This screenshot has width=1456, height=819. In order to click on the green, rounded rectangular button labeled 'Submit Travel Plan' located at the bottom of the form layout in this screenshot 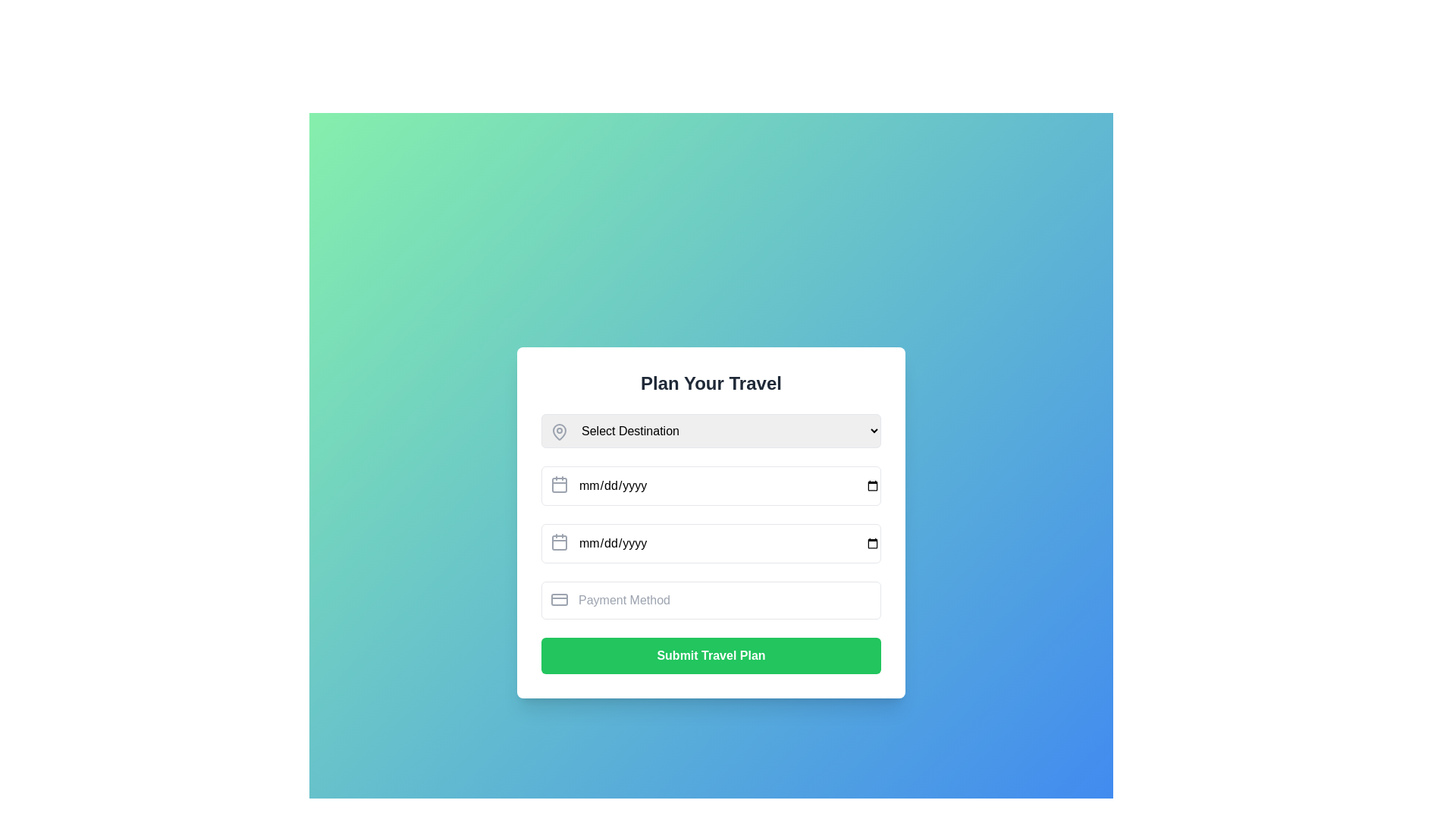, I will do `click(710, 654)`.